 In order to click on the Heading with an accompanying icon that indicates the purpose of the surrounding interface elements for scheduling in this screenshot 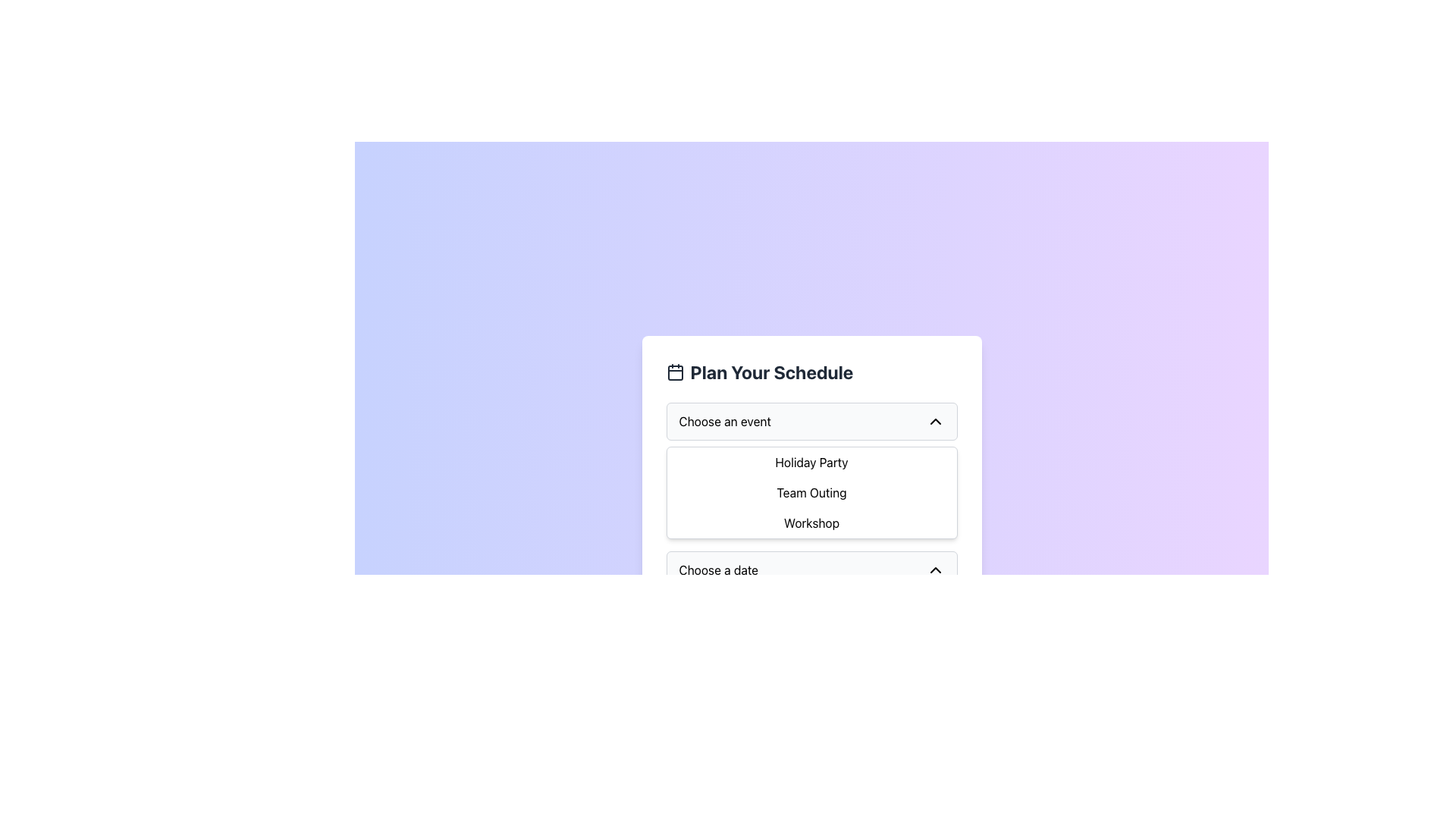, I will do `click(811, 372)`.